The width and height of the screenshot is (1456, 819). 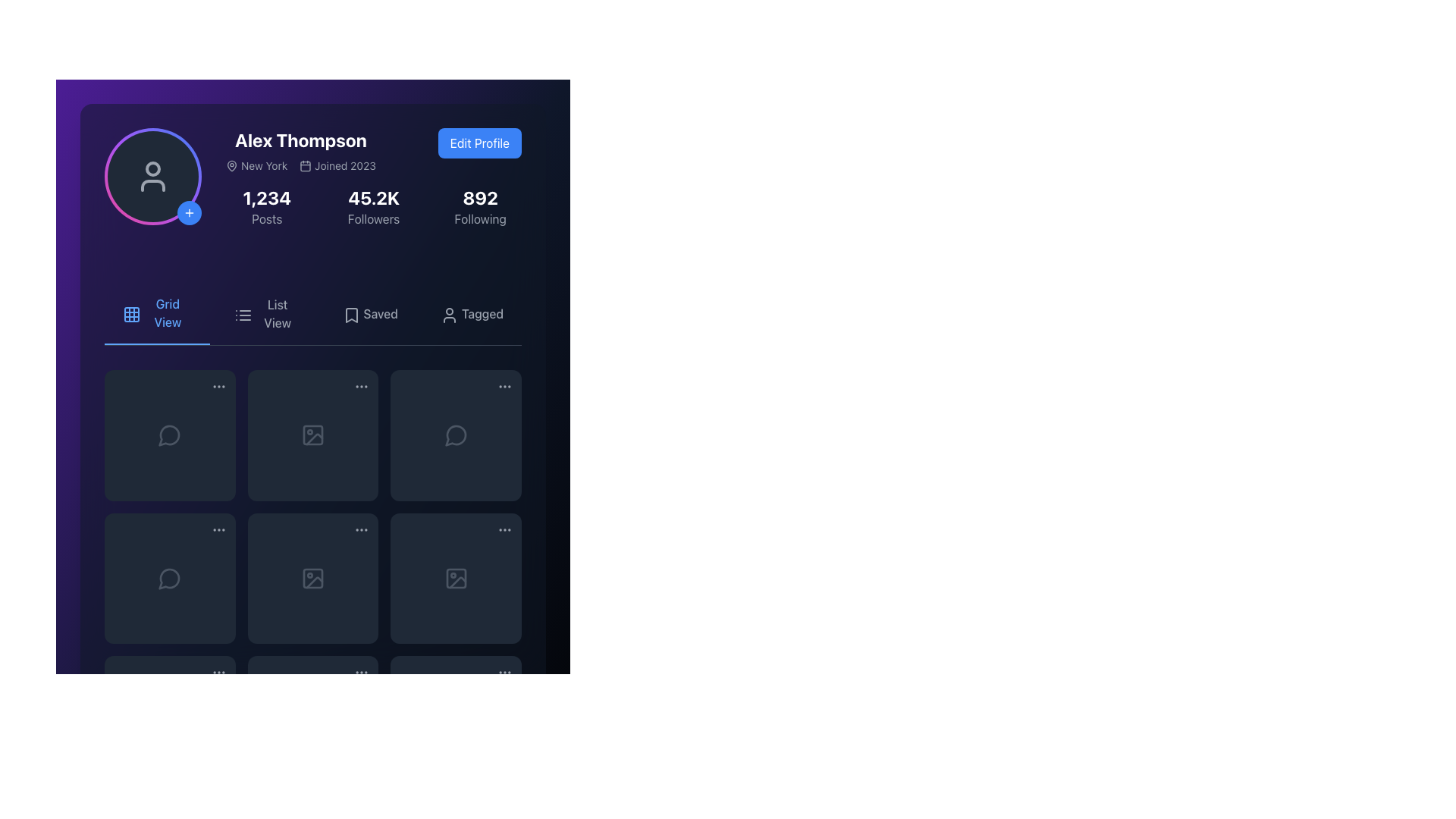 I want to click on the icon resembling an image frame with a circular detail inside and a diagonal line across, styled in gray tones, located in the second row and third column of the grid layout to view additional details, so click(x=455, y=579).